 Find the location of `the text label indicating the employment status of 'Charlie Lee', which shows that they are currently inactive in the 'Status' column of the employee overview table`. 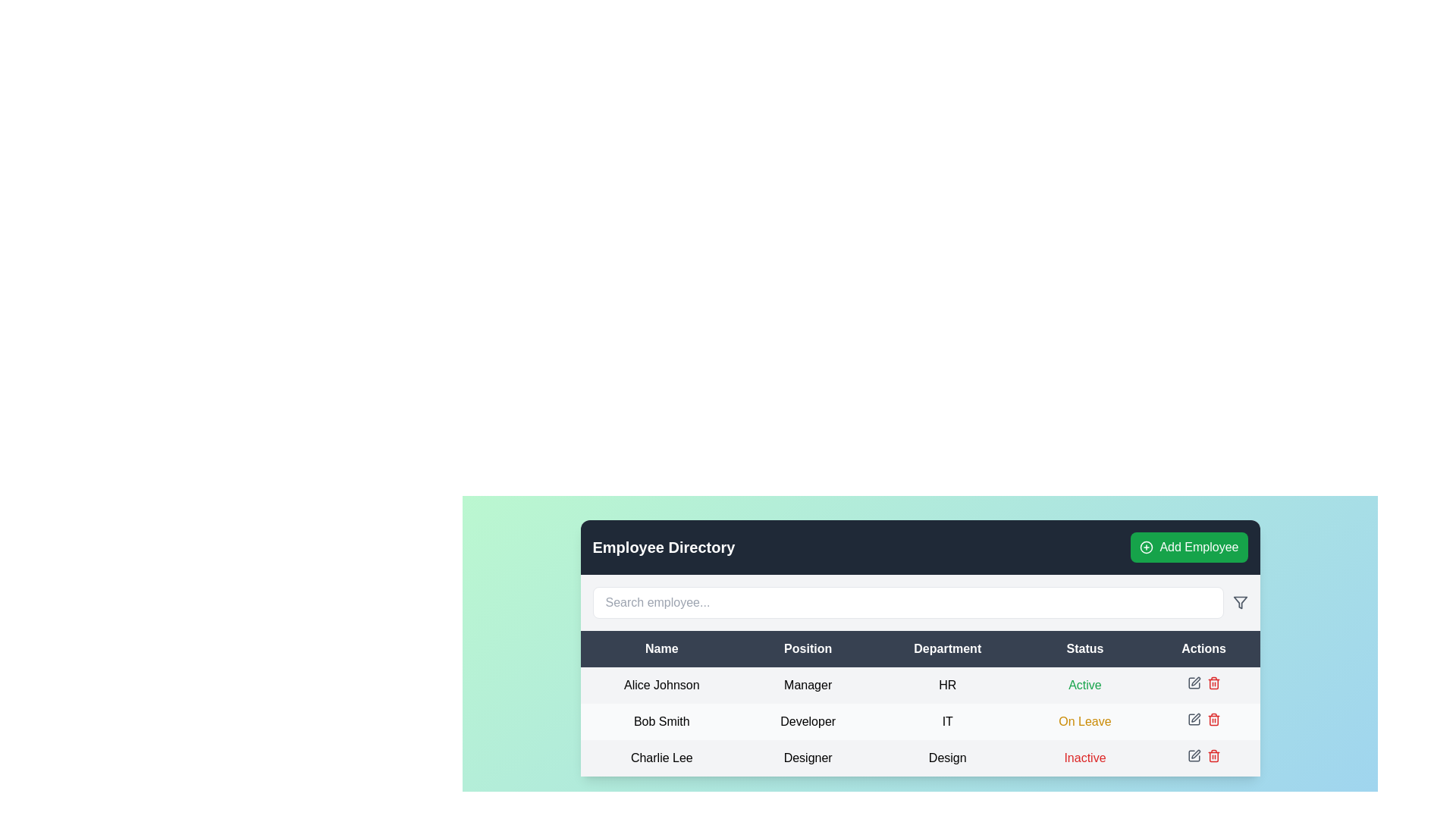

the text label indicating the employment status of 'Charlie Lee', which shows that they are currently inactive in the 'Status' column of the employee overview table is located at coordinates (1084, 758).